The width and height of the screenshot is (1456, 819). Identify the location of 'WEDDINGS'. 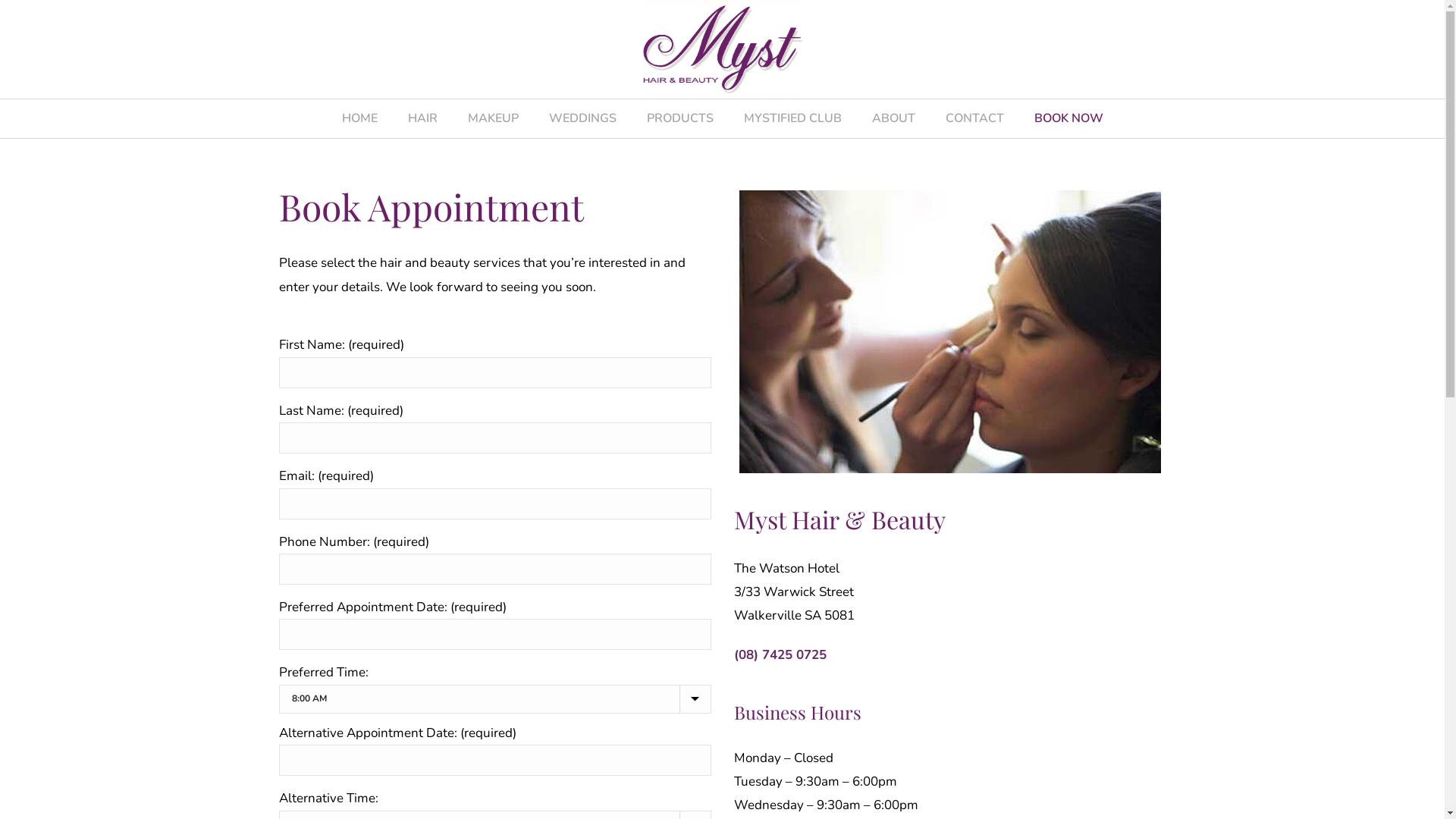
(582, 118).